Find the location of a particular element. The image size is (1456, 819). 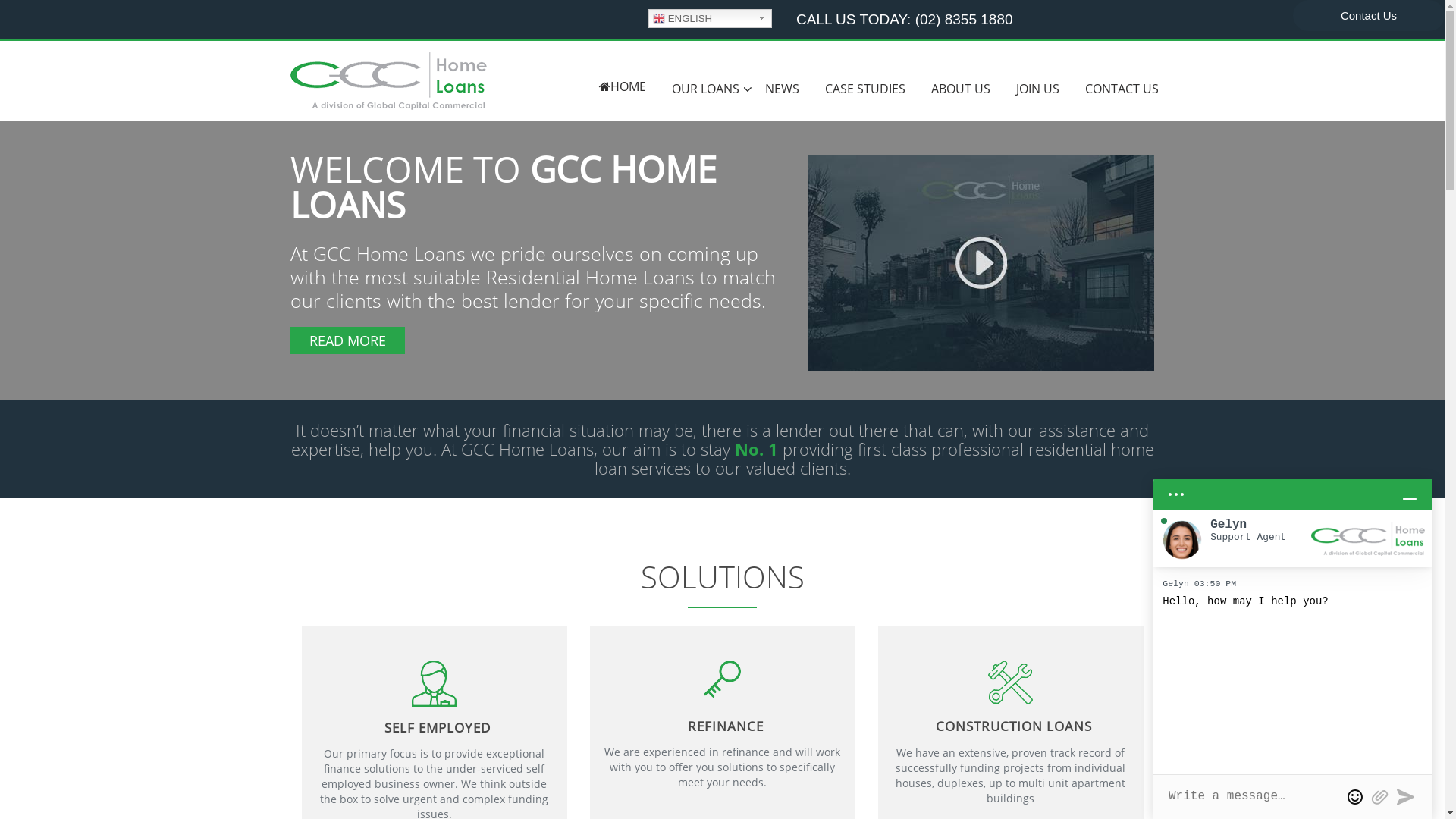

'(02) 8355 1880' is located at coordinates (963, 19).